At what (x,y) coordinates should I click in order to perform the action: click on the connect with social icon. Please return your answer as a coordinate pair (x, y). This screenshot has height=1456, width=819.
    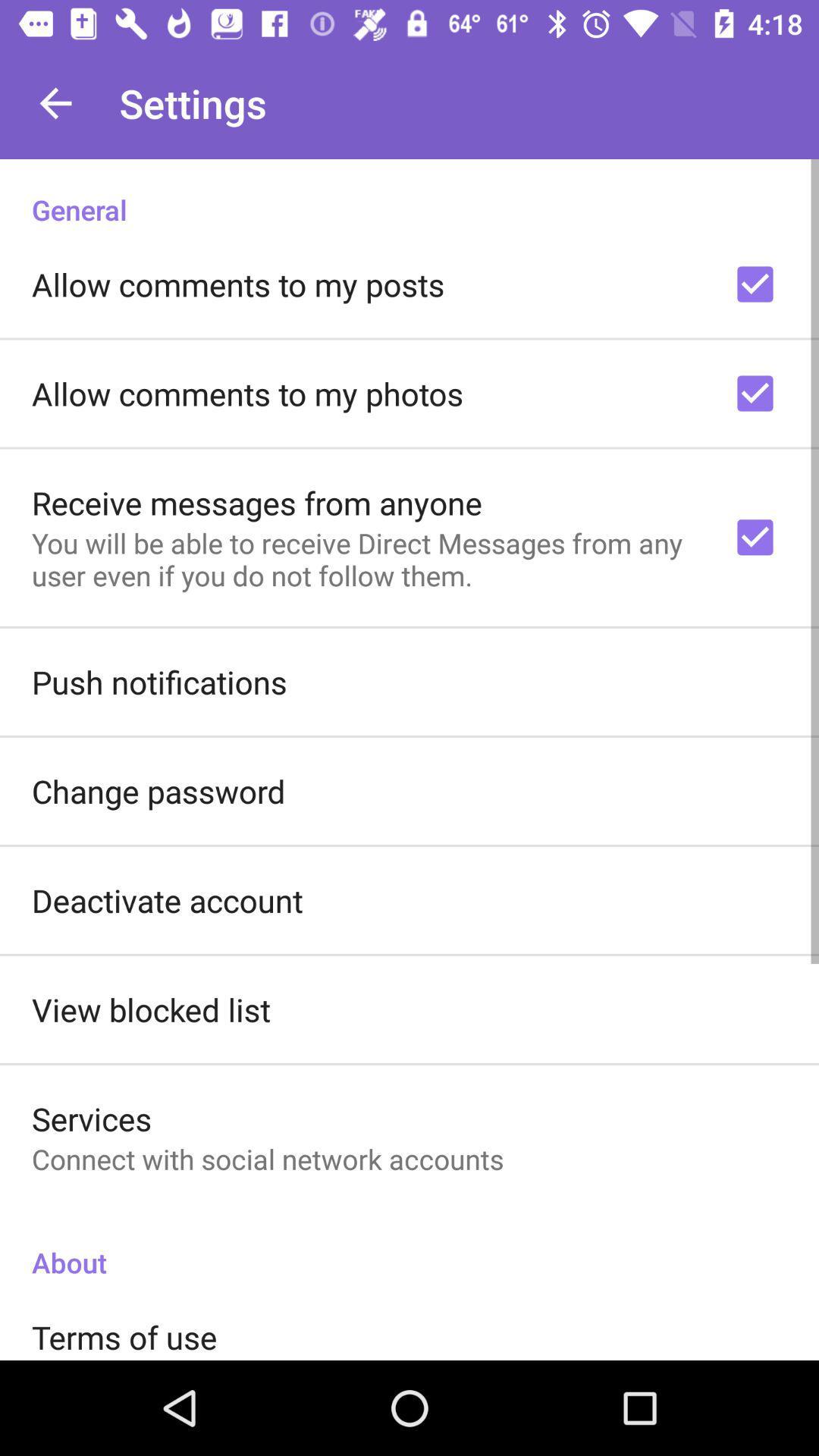
    Looking at the image, I should click on (267, 1158).